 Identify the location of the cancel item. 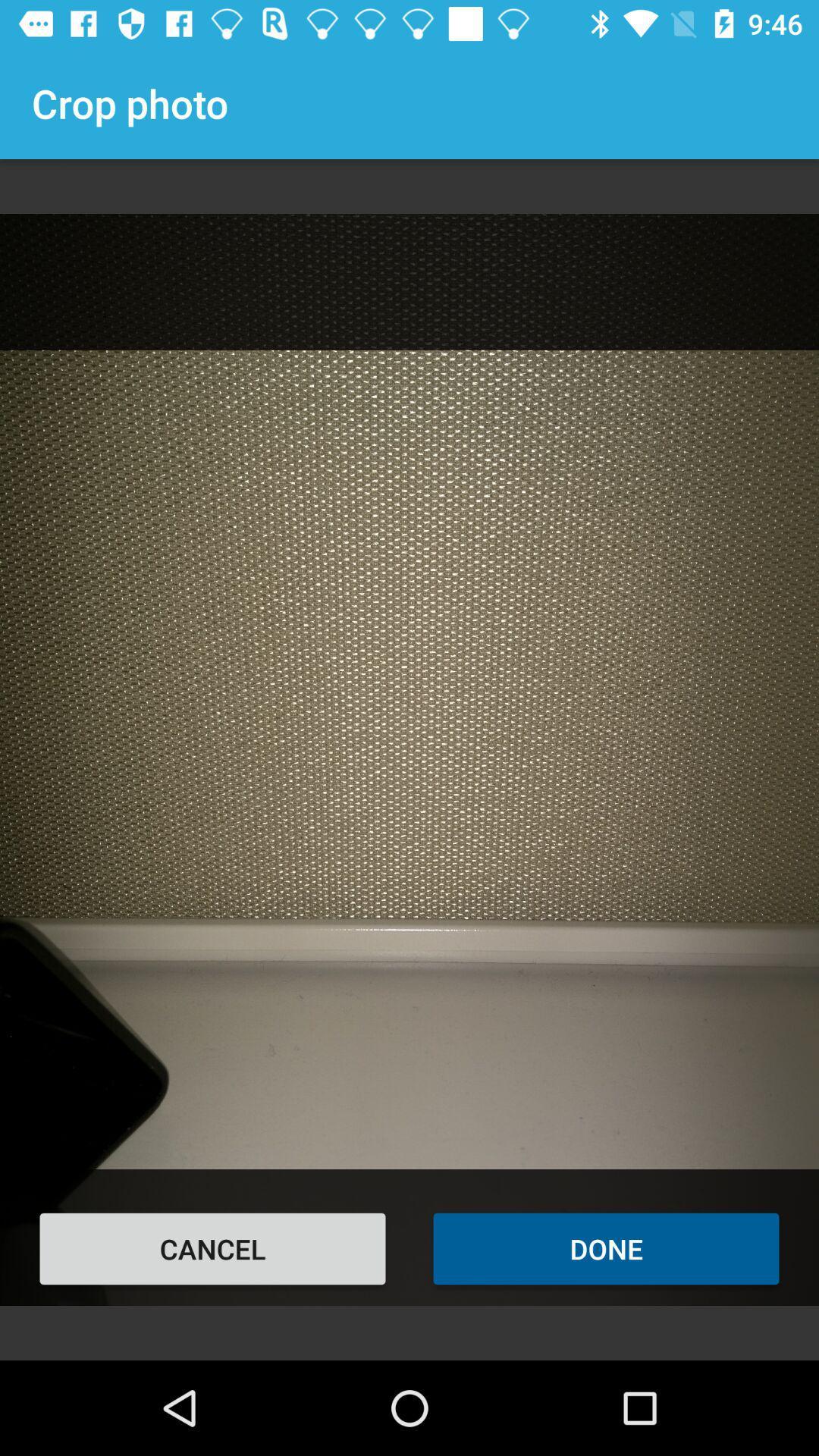
(212, 1248).